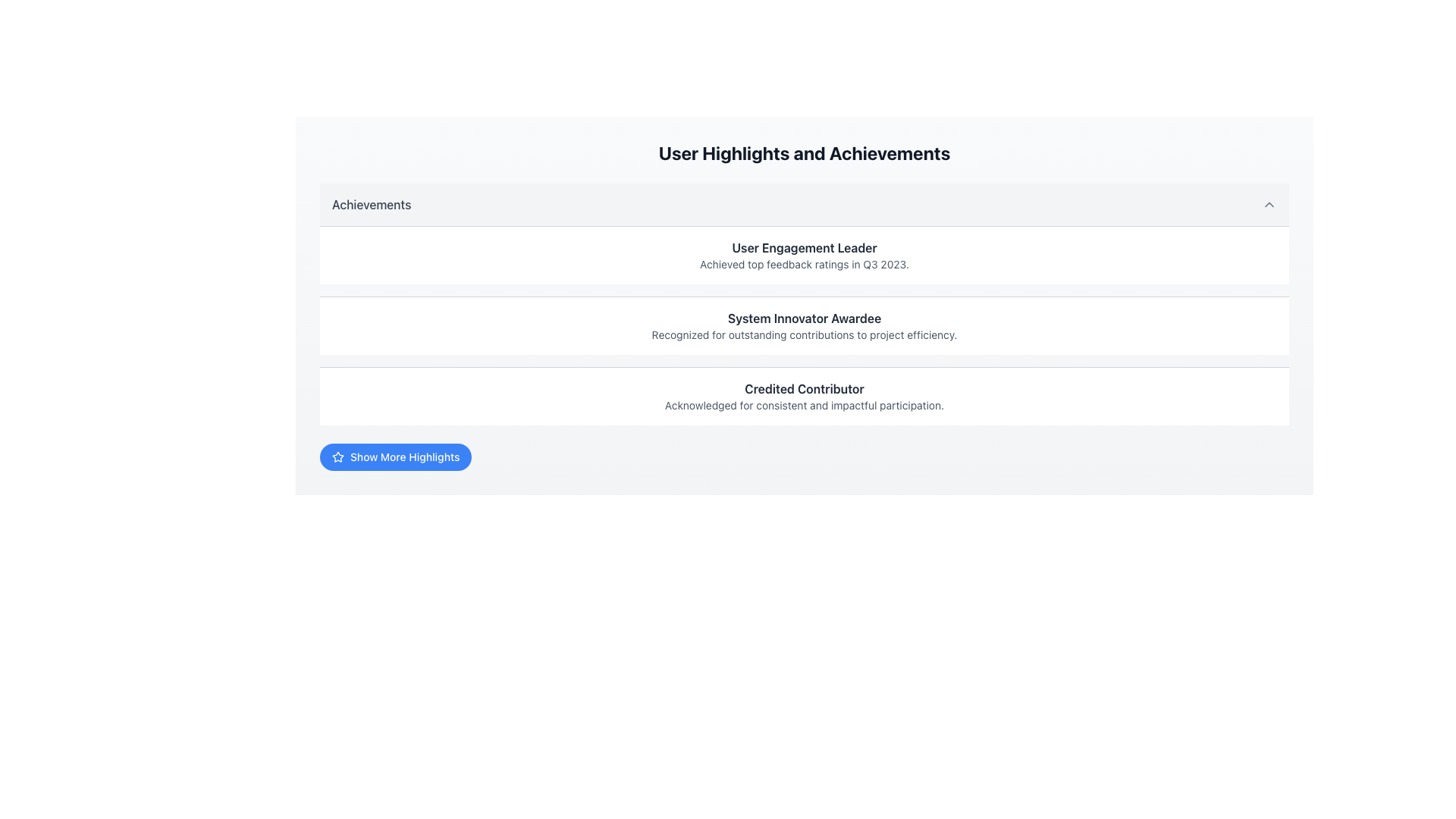  Describe the element at coordinates (803, 334) in the screenshot. I see `descriptive content of the Text Label that provides details about the 'System Innovator Awardee' accolade` at that location.